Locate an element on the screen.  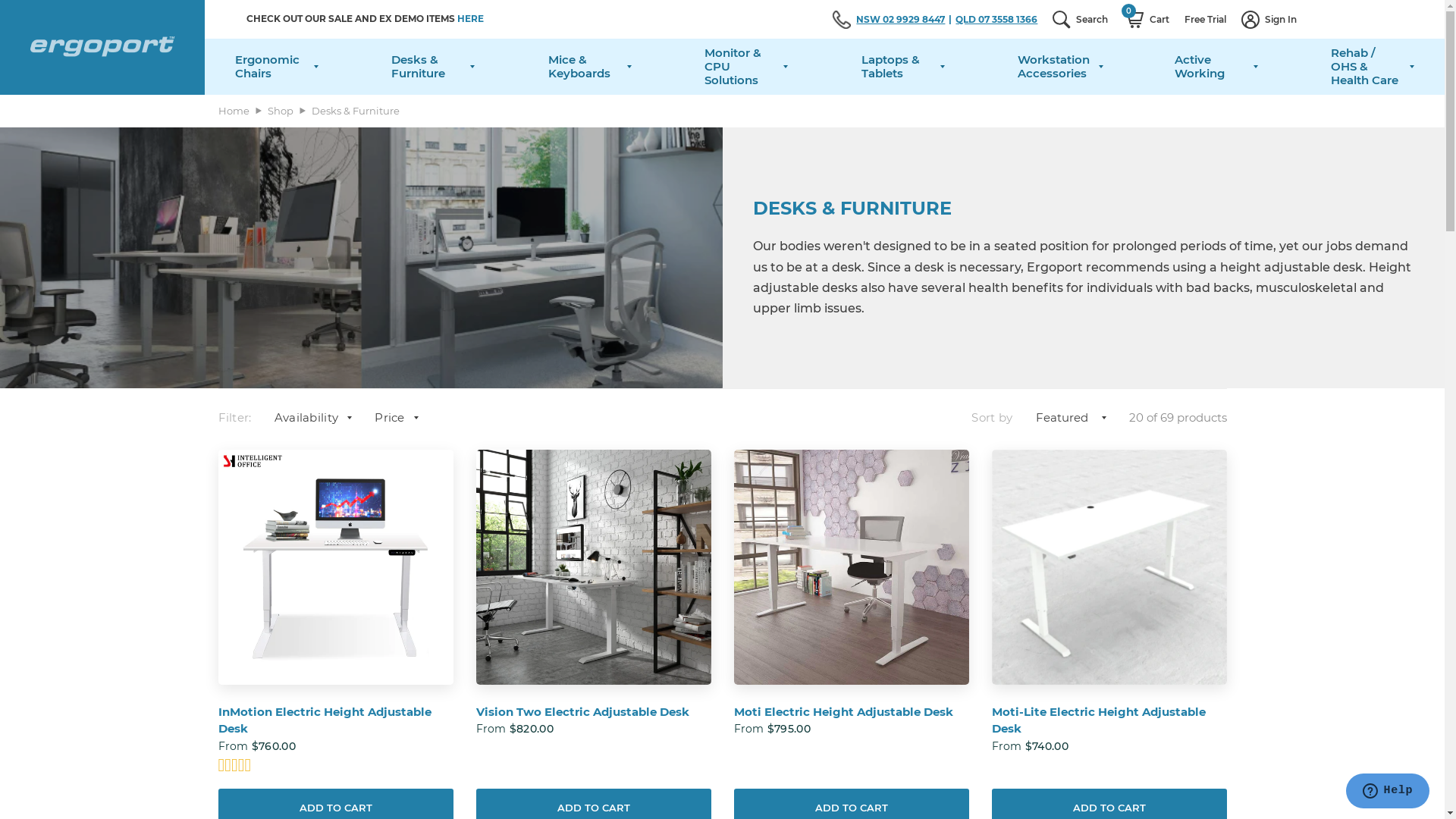
'HERE' is located at coordinates (457, 18).